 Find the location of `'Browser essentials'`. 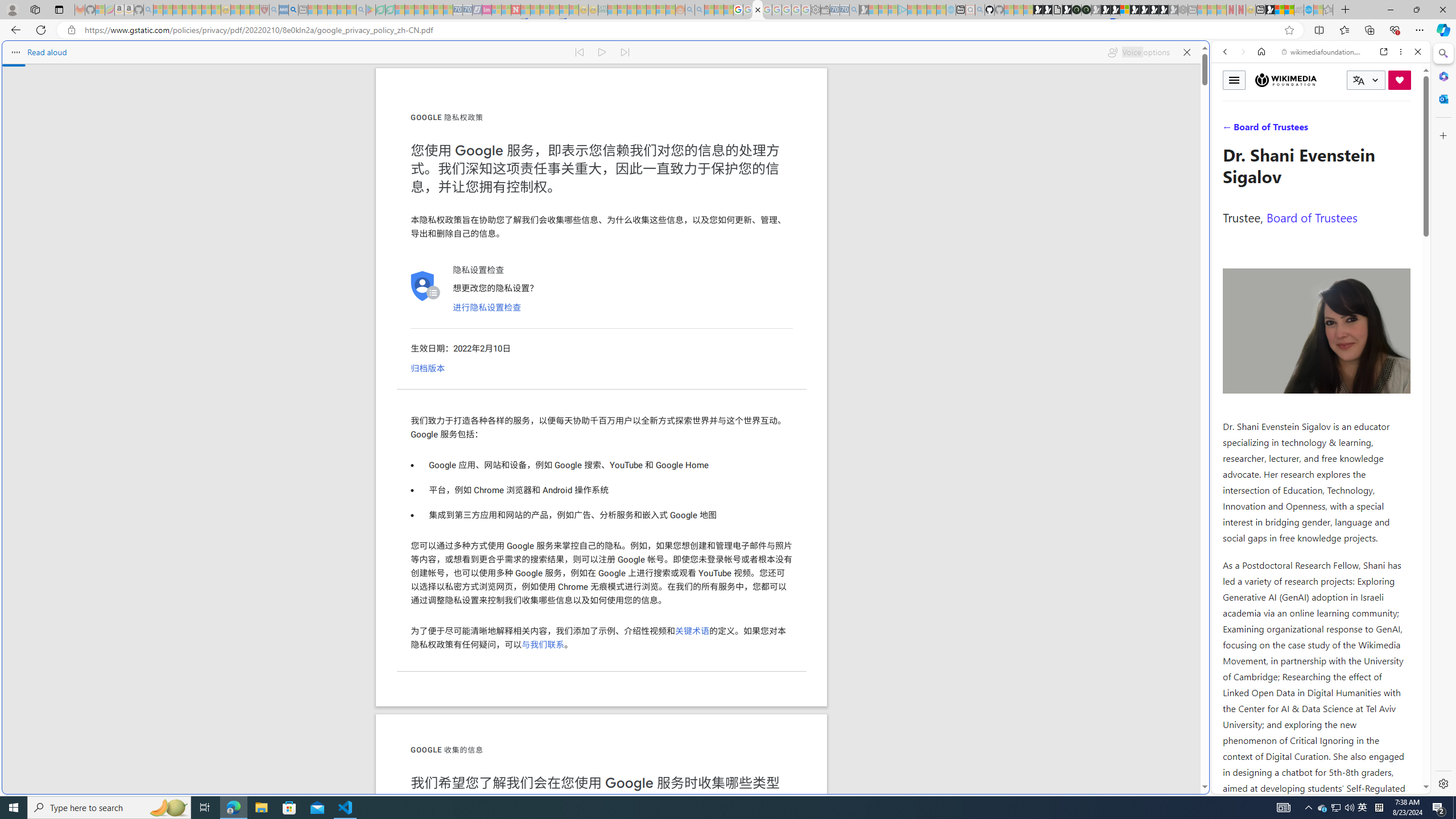

'Browser essentials' is located at coordinates (1394, 29).